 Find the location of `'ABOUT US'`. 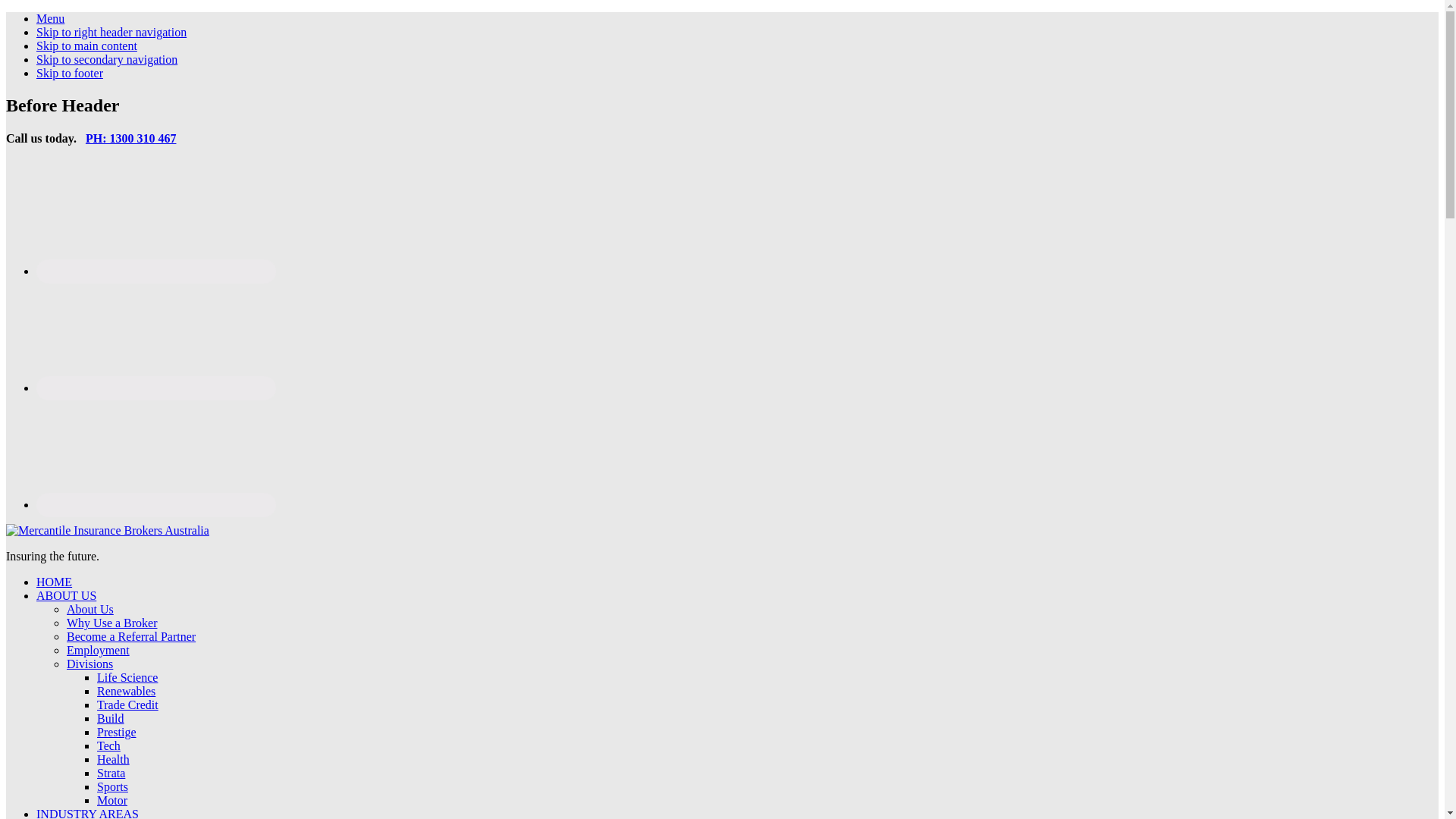

'ABOUT US' is located at coordinates (36, 595).